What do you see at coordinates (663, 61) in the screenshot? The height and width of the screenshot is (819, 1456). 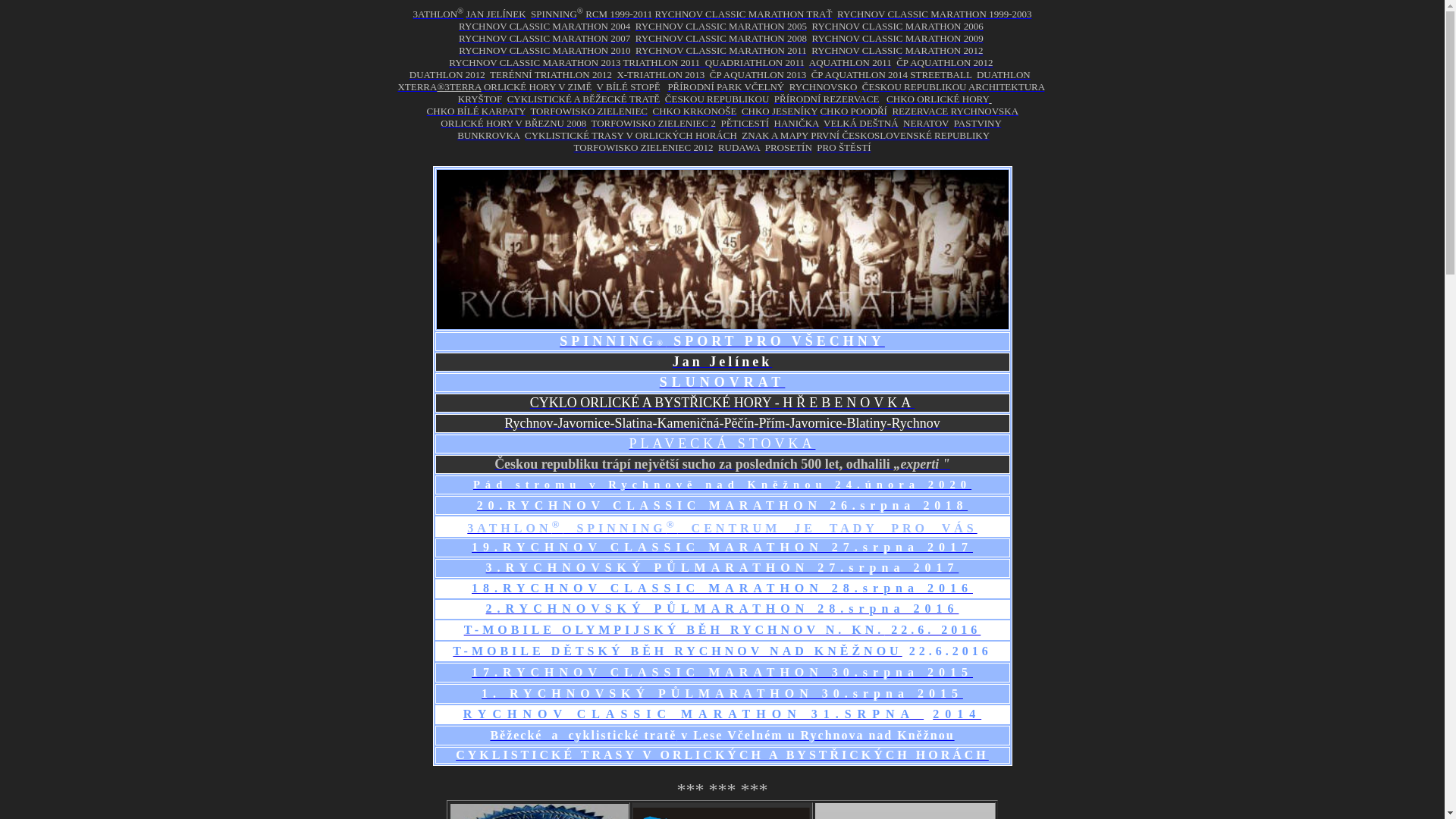 I see `'TRIATHLON 2011 '` at bounding box center [663, 61].